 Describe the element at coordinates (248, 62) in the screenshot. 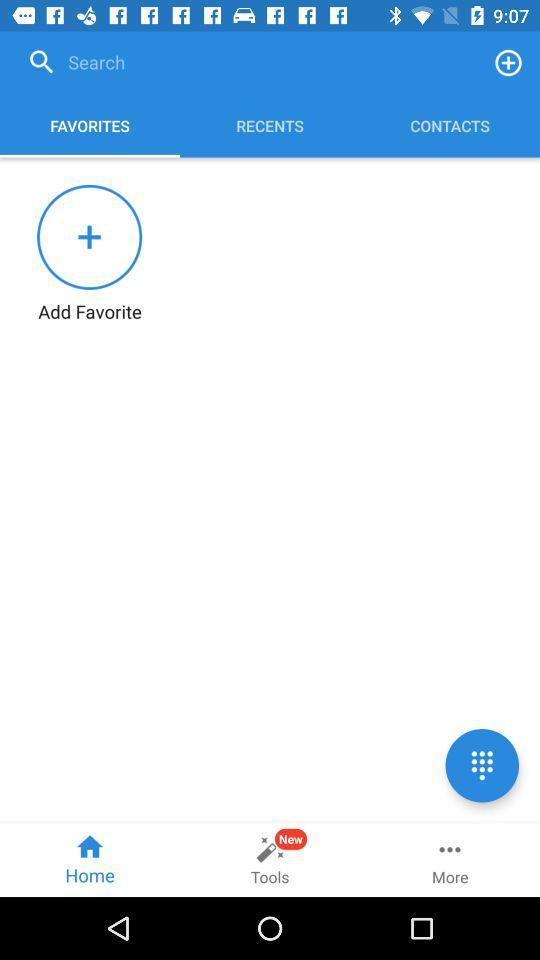

I see `search terms` at that location.